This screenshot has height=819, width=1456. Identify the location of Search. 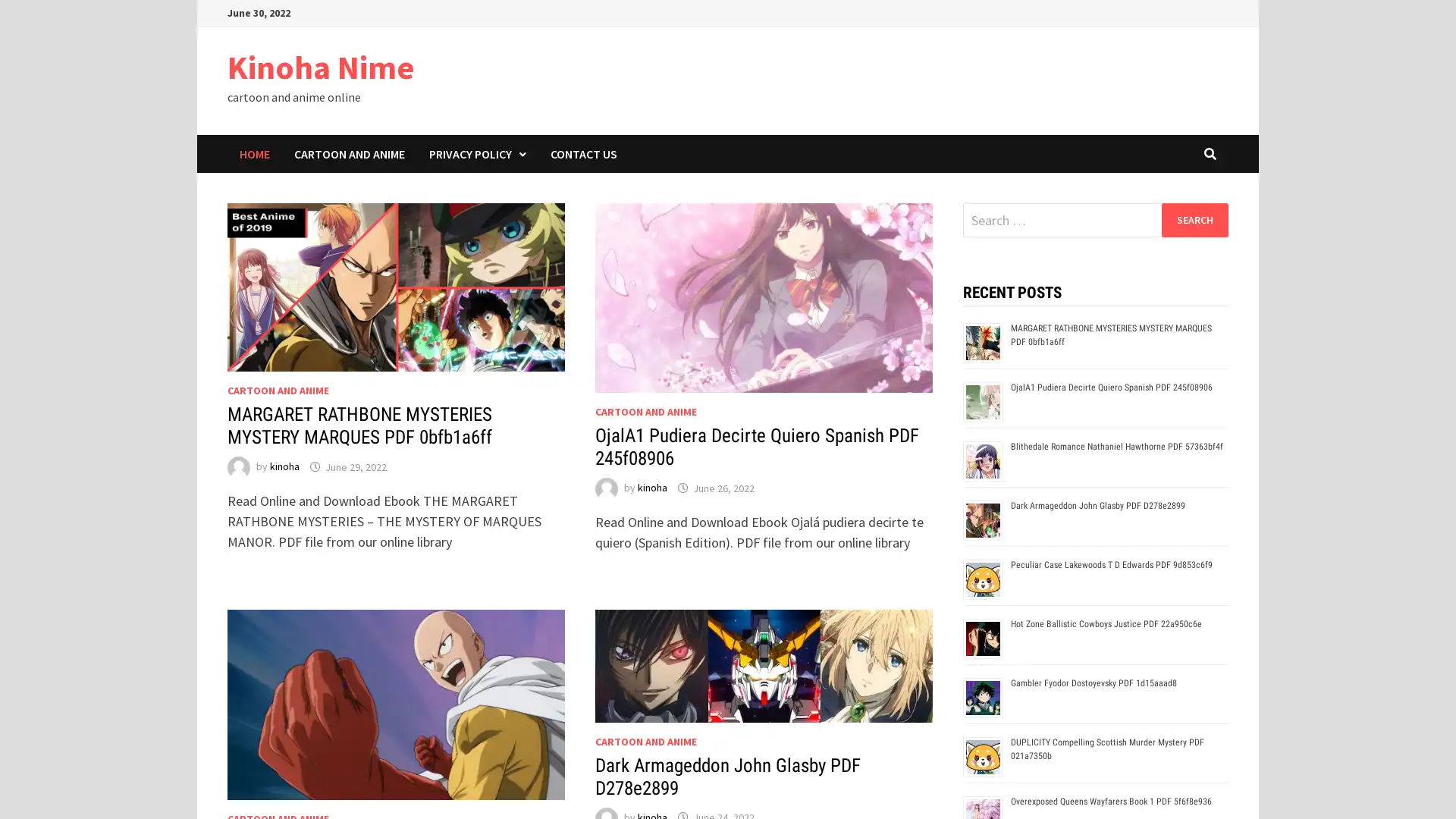
(1194, 219).